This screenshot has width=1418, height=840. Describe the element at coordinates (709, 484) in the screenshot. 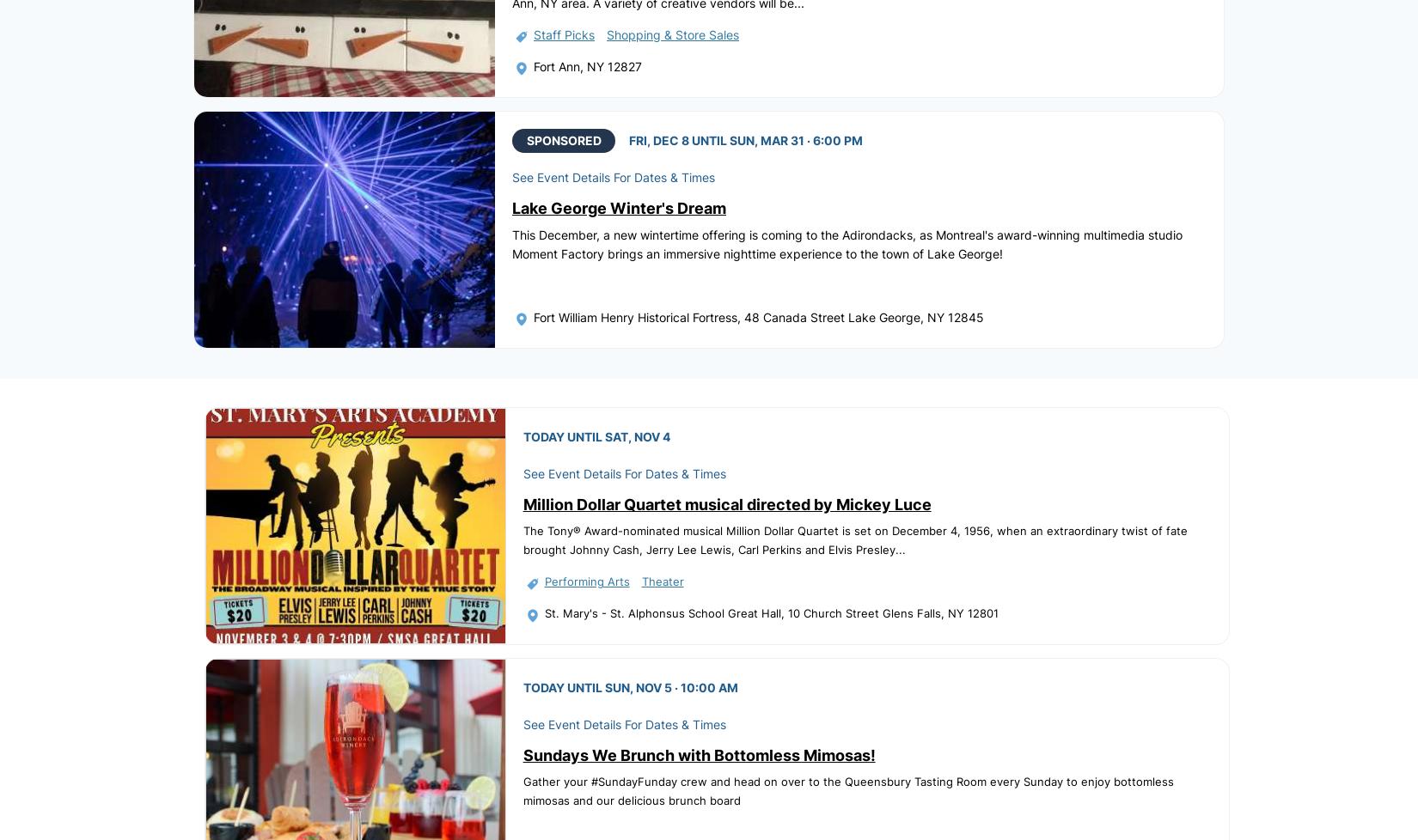

I see `'Sitemap'` at that location.